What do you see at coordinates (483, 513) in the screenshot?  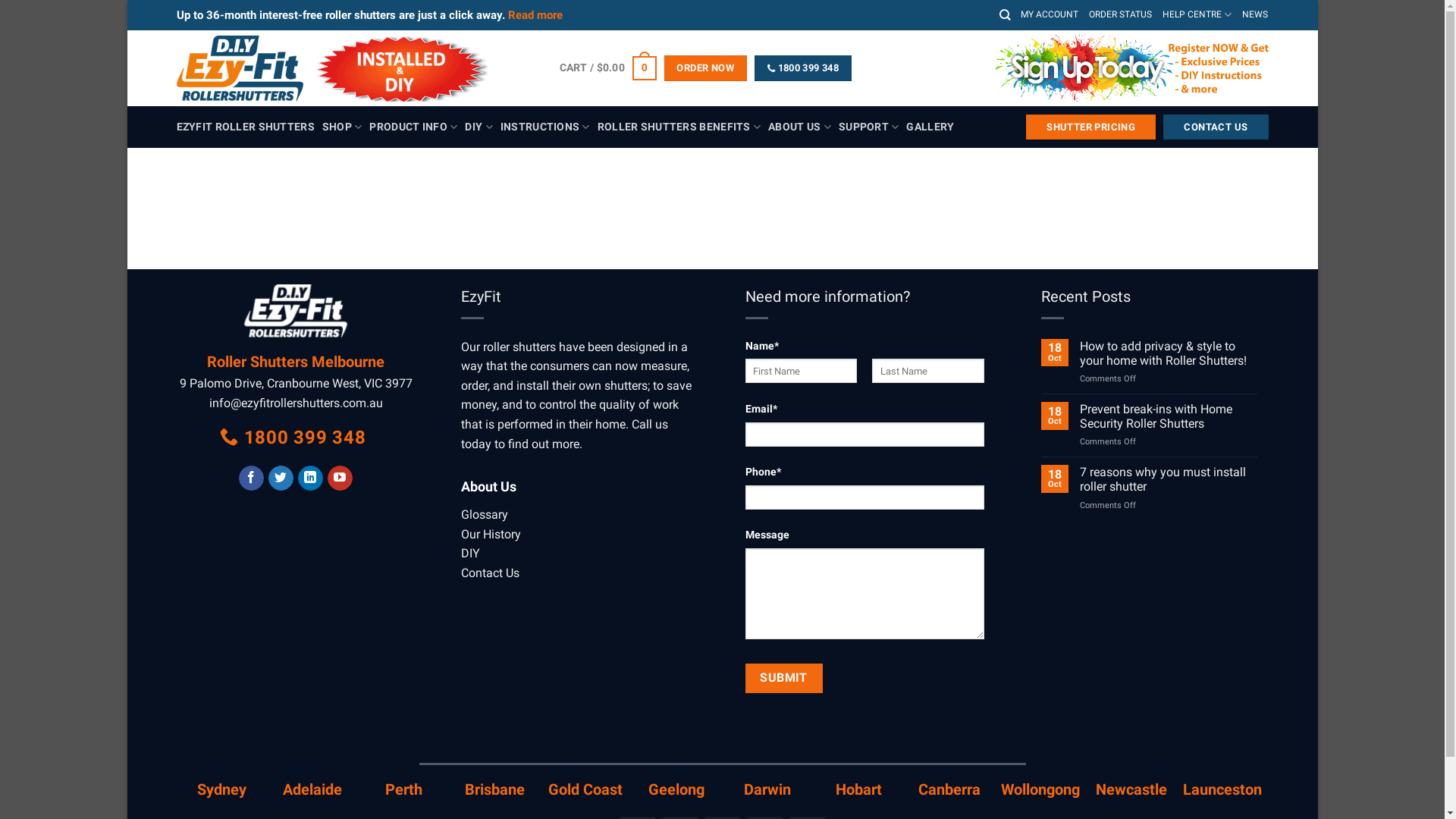 I see `'Glossary'` at bounding box center [483, 513].